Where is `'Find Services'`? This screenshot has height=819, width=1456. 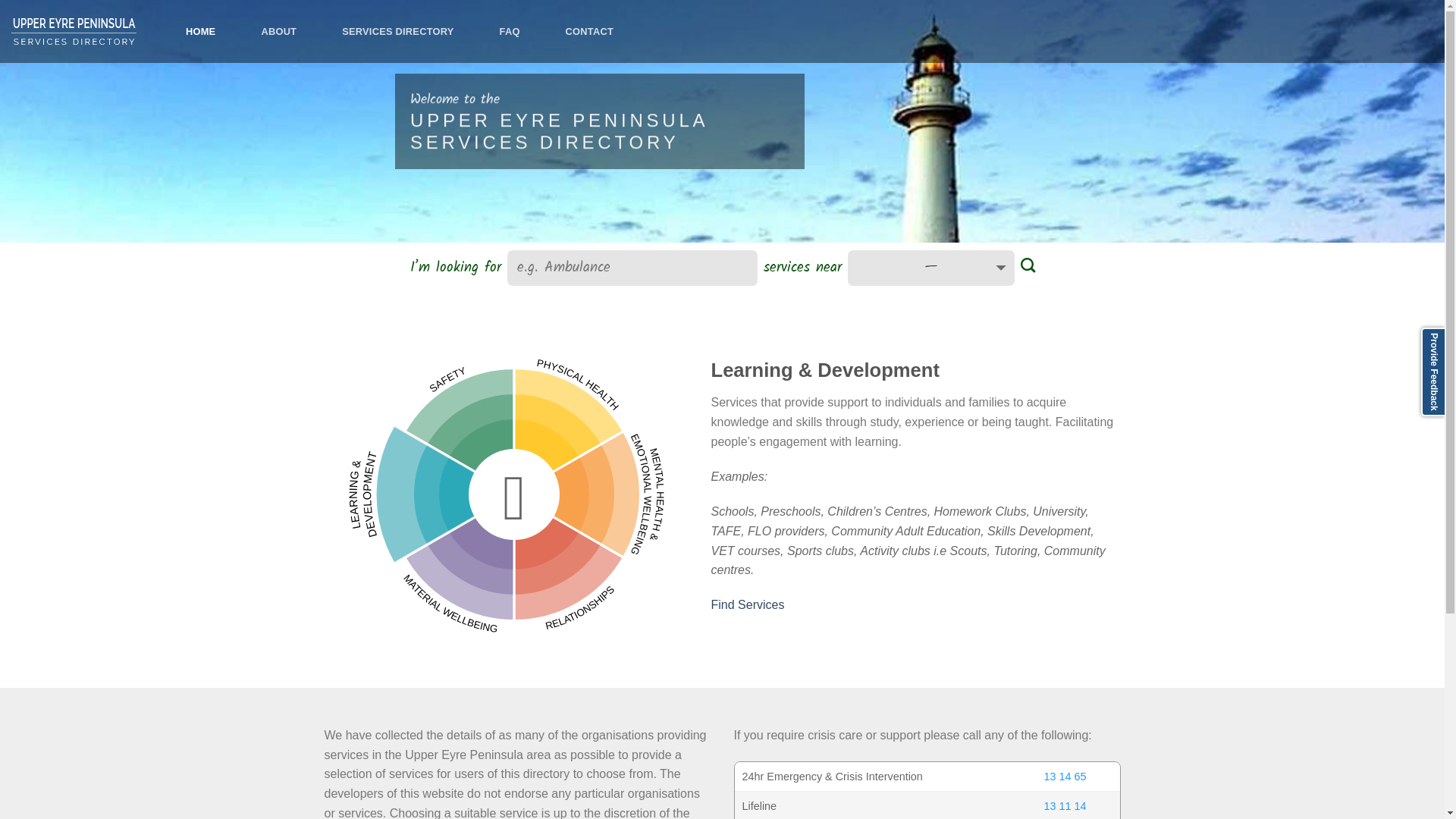 'Find Services' is located at coordinates (748, 604).